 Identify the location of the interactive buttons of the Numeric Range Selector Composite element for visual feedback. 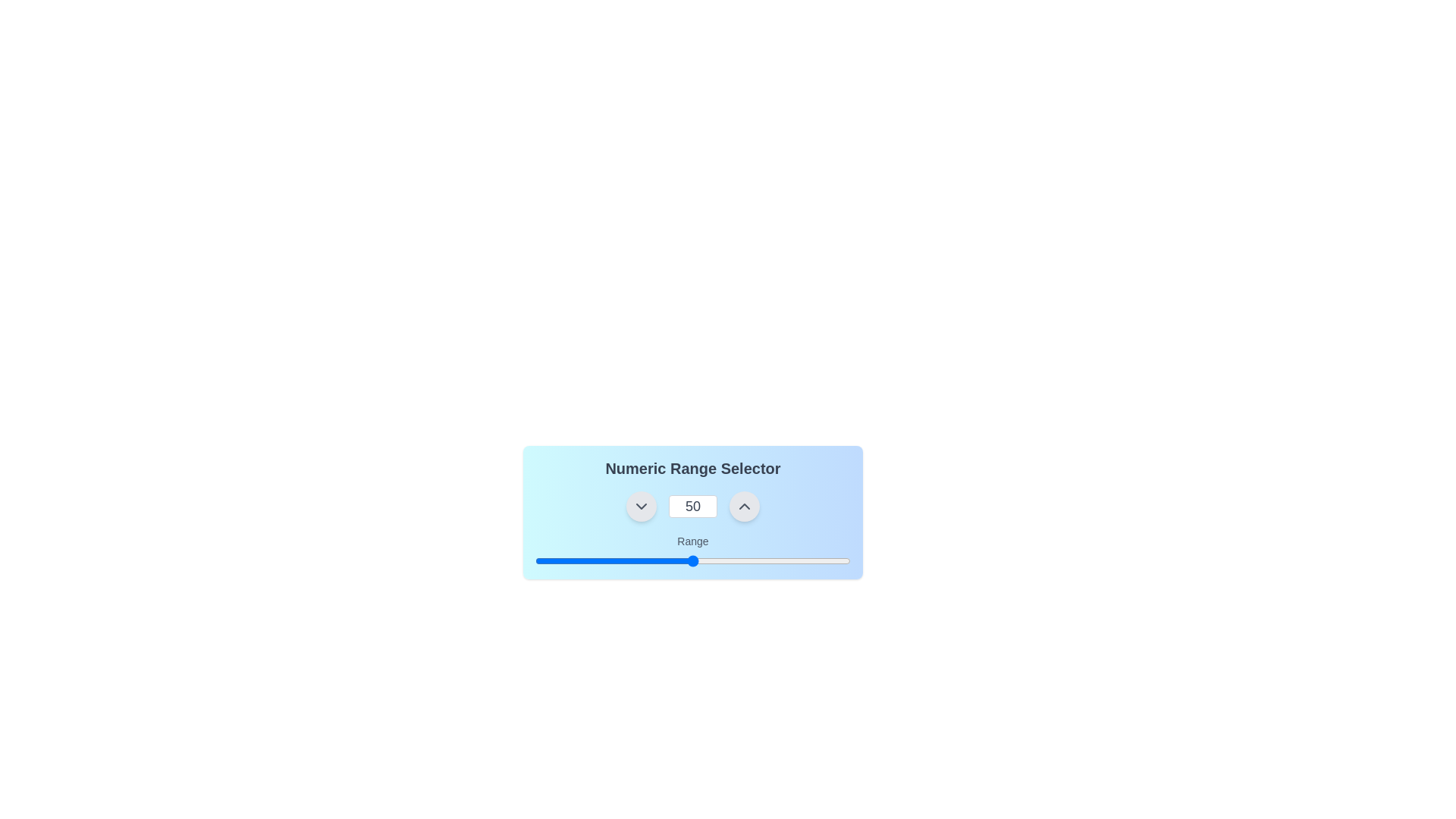
(692, 506).